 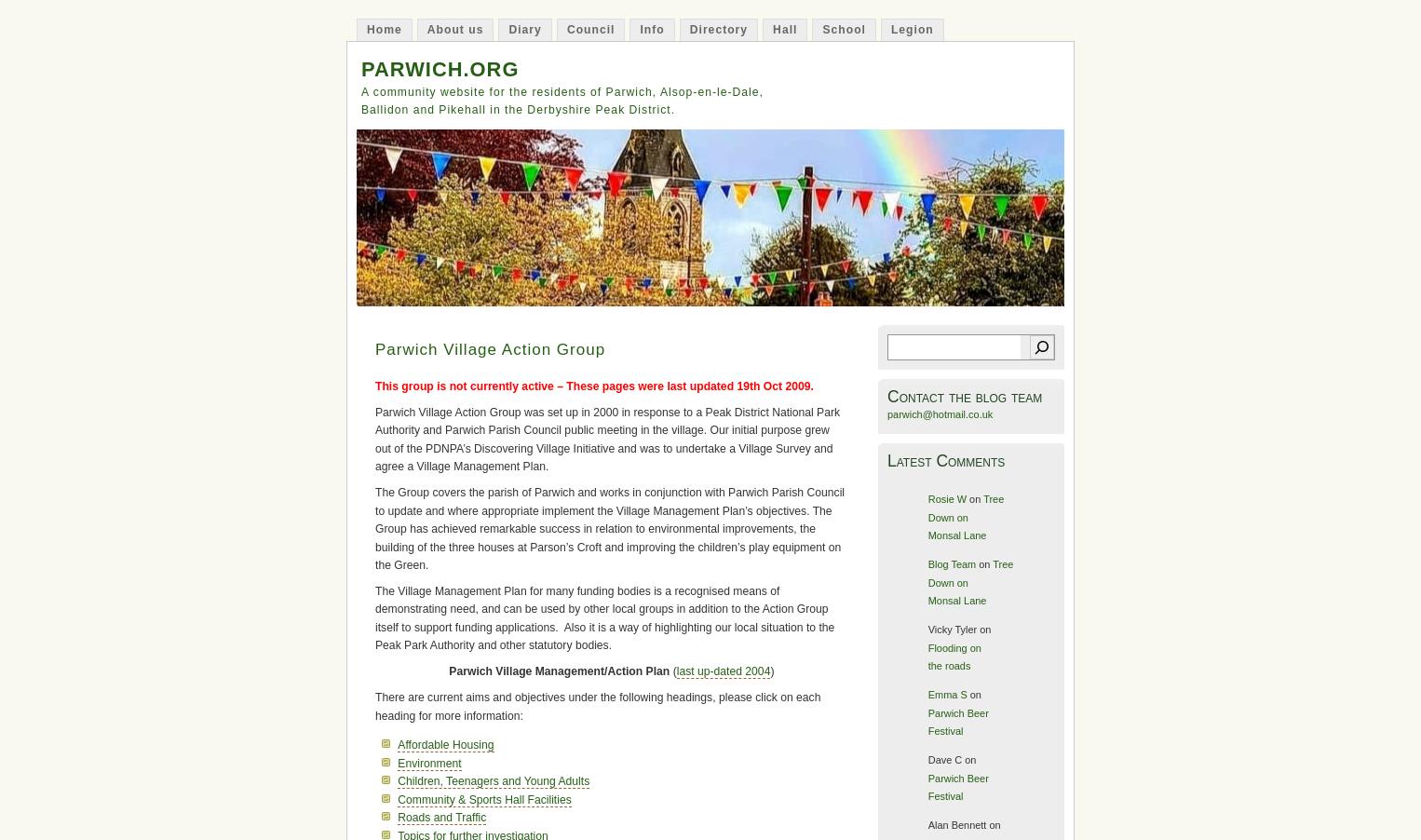 I want to click on 'Parwich Village Action Group was set up in 2000 in response to a Peak District National Park Authority and Parwich Parish Council public meeting in the village. Our initial purpose grew out of the PDNPA’s Discovering Village Initiative and was to undertake a Village Survey and agree a Village Management Plan.', so click(x=375, y=438).